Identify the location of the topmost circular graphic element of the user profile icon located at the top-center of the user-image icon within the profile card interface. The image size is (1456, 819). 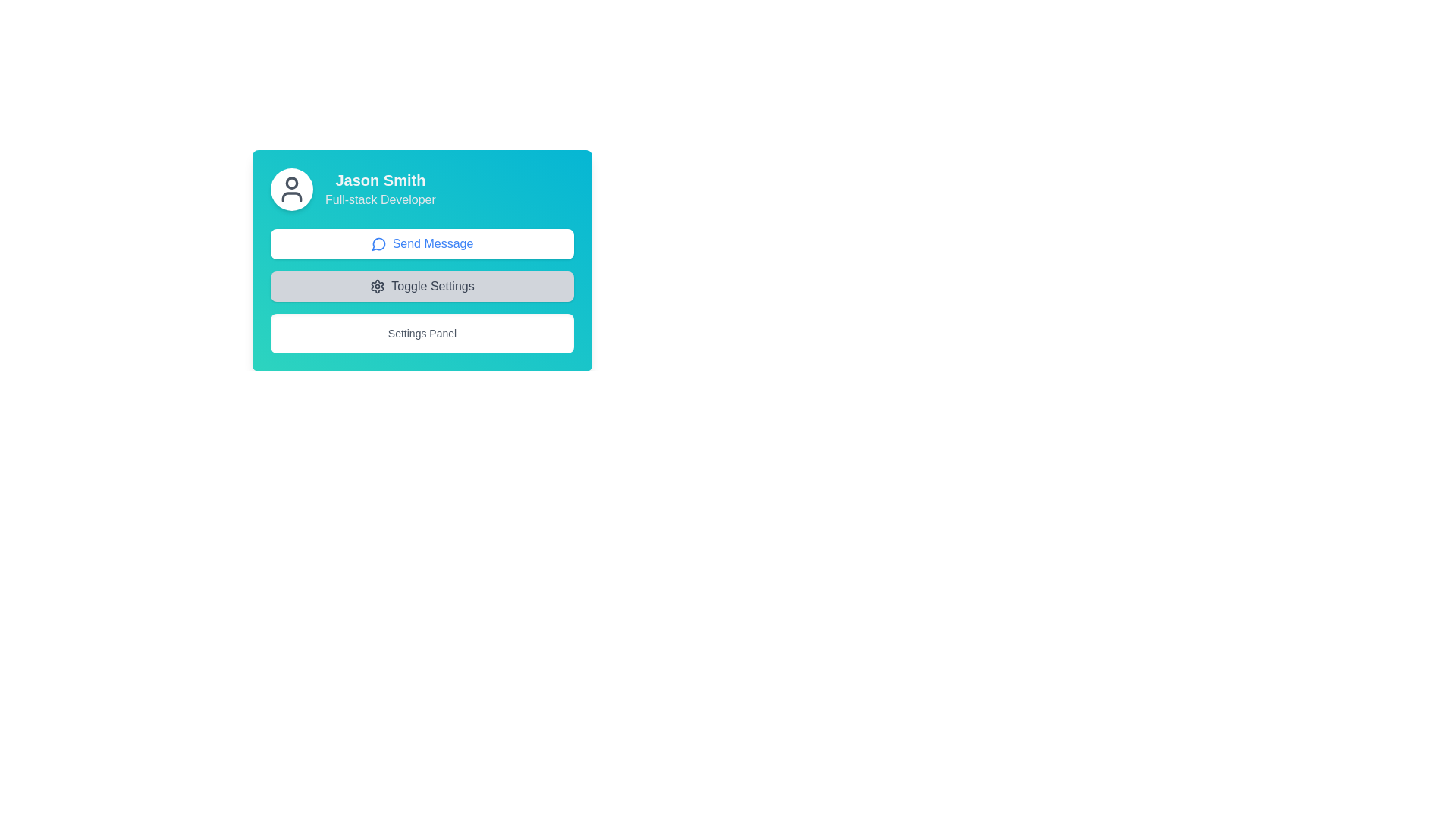
(291, 181).